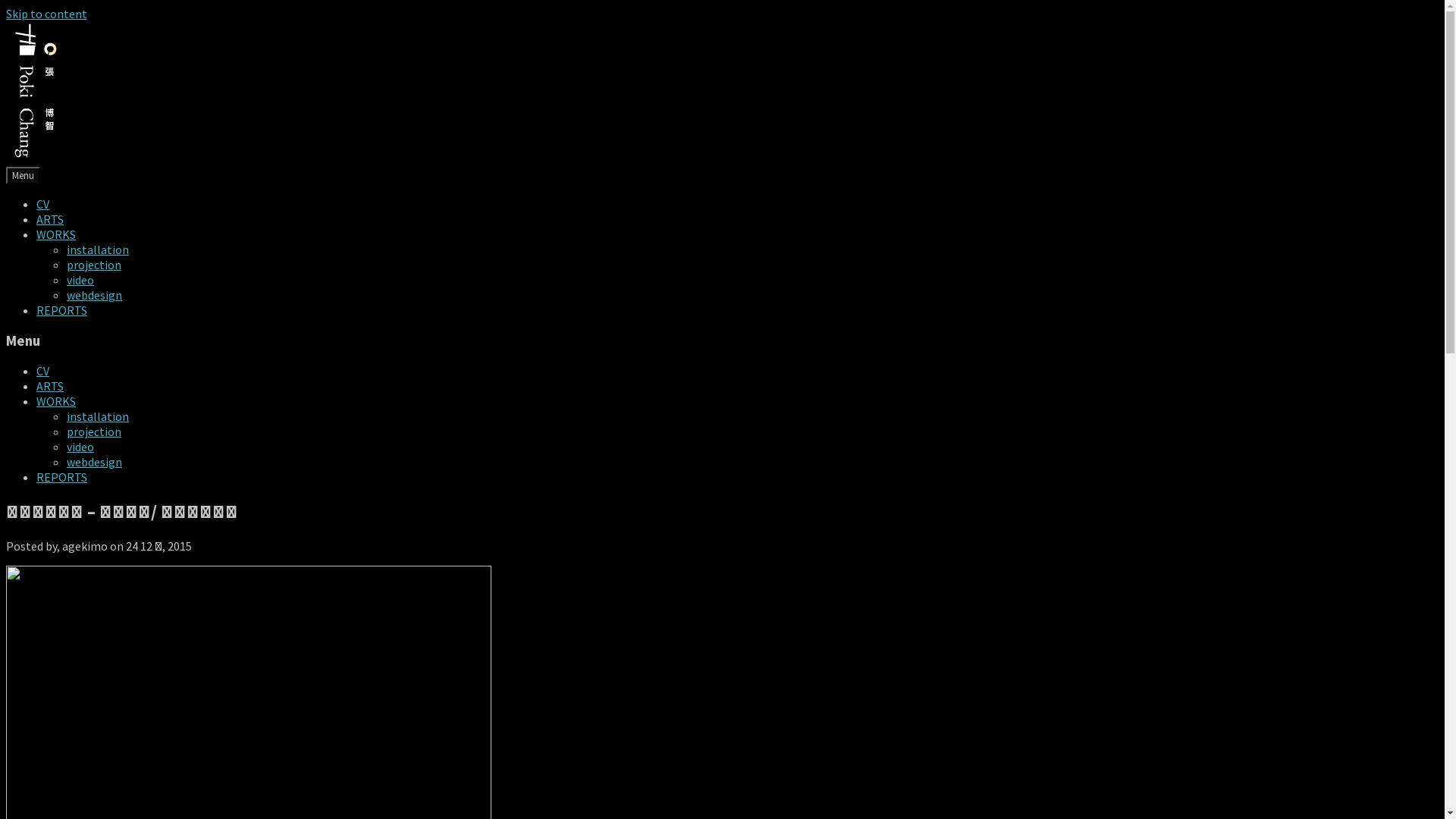 The image size is (1456, 819). Describe the element at coordinates (93, 461) in the screenshot. I see `'webdesign'` at that location.